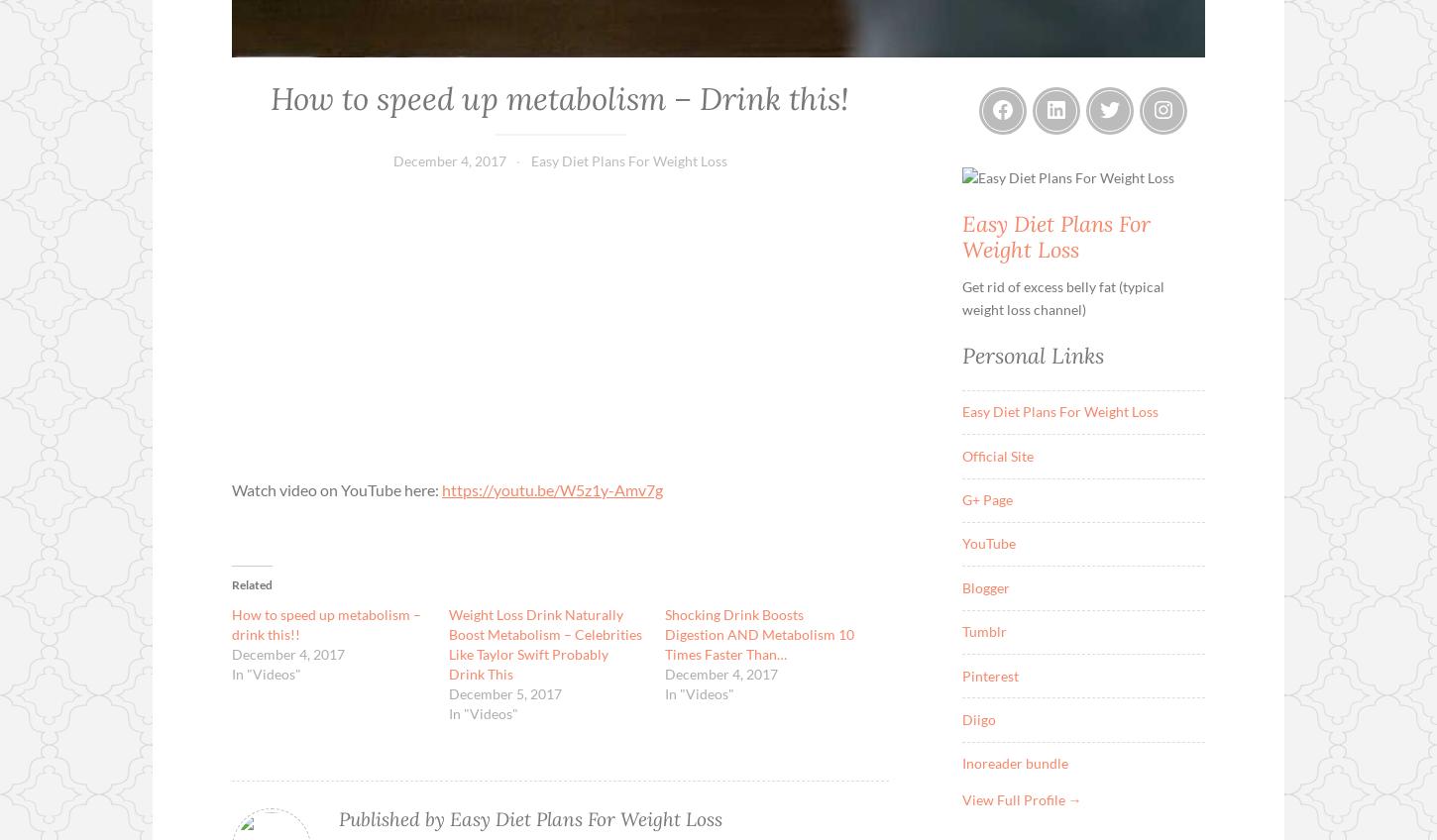  I want to click on 'Related', so click(252, 584).